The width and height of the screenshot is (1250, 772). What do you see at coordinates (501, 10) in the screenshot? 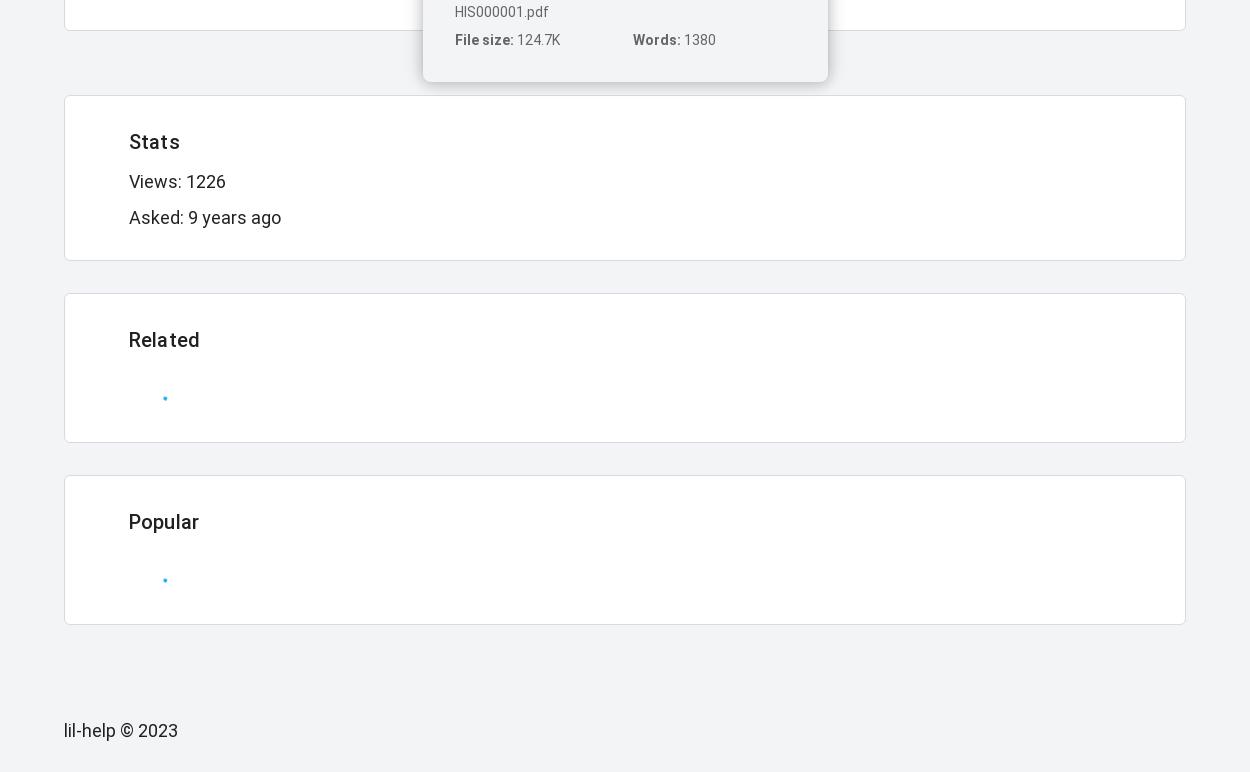
I see `'HIS000001.pdf'` at bounding box center [501, 10].